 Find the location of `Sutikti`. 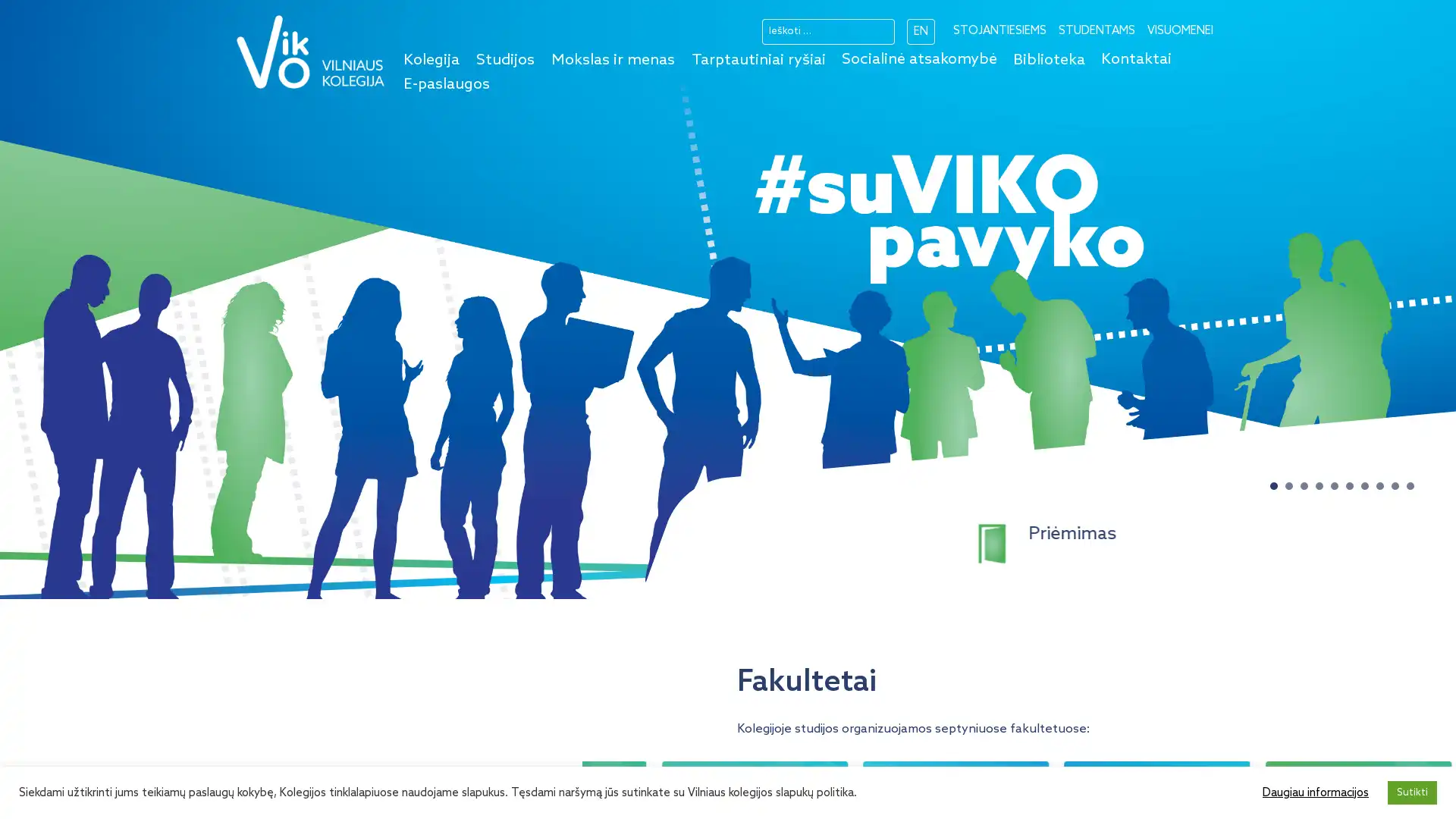

Sutikti is located at coordinates (1411, 792).